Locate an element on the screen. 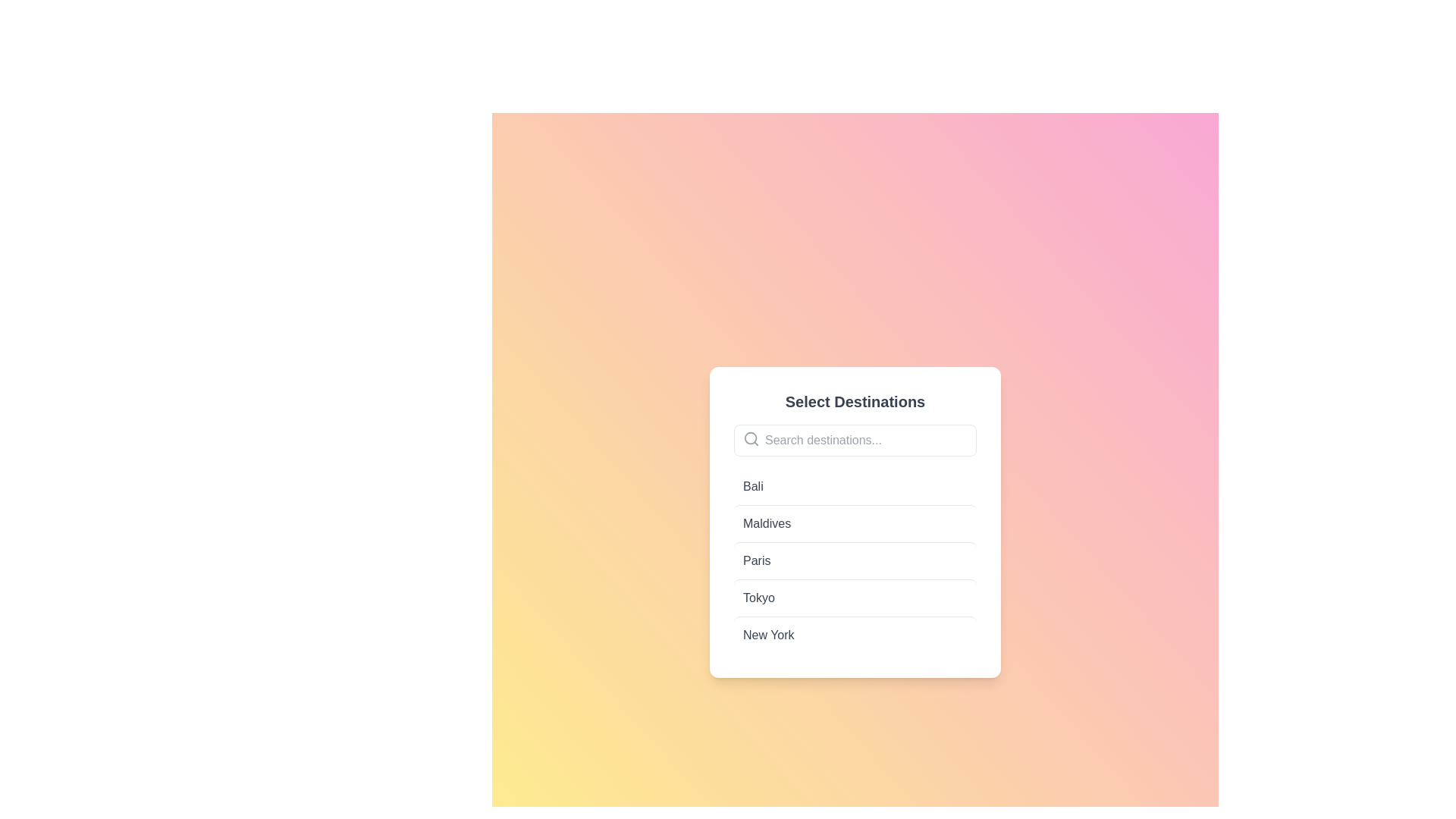 The width and height of the screenshot is (1456, 819). the search icon located on the left side of the search input field is located at coordinates (751, 438).